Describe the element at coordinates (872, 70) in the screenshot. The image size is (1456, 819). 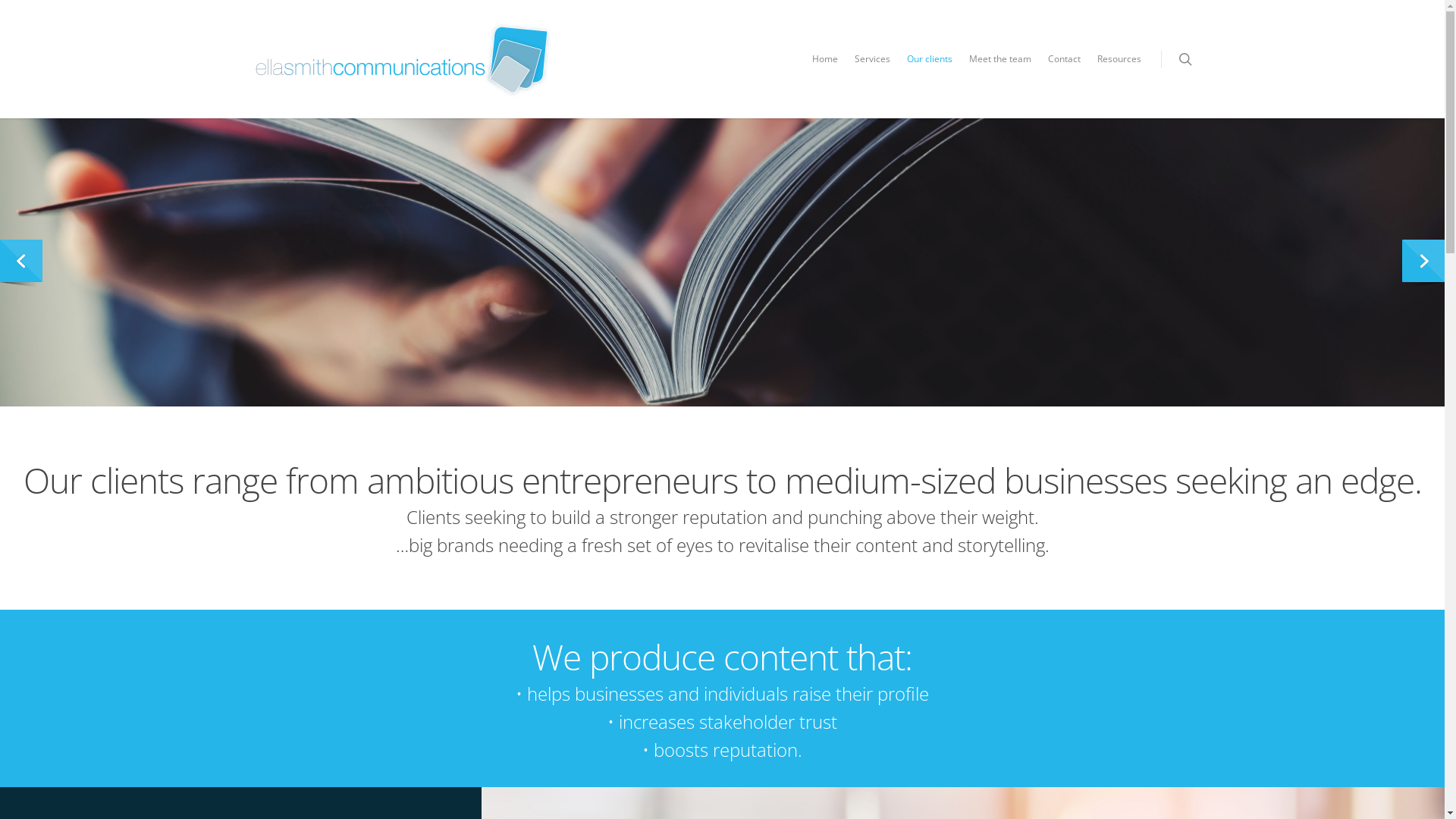
I see `'Services'` at that location.